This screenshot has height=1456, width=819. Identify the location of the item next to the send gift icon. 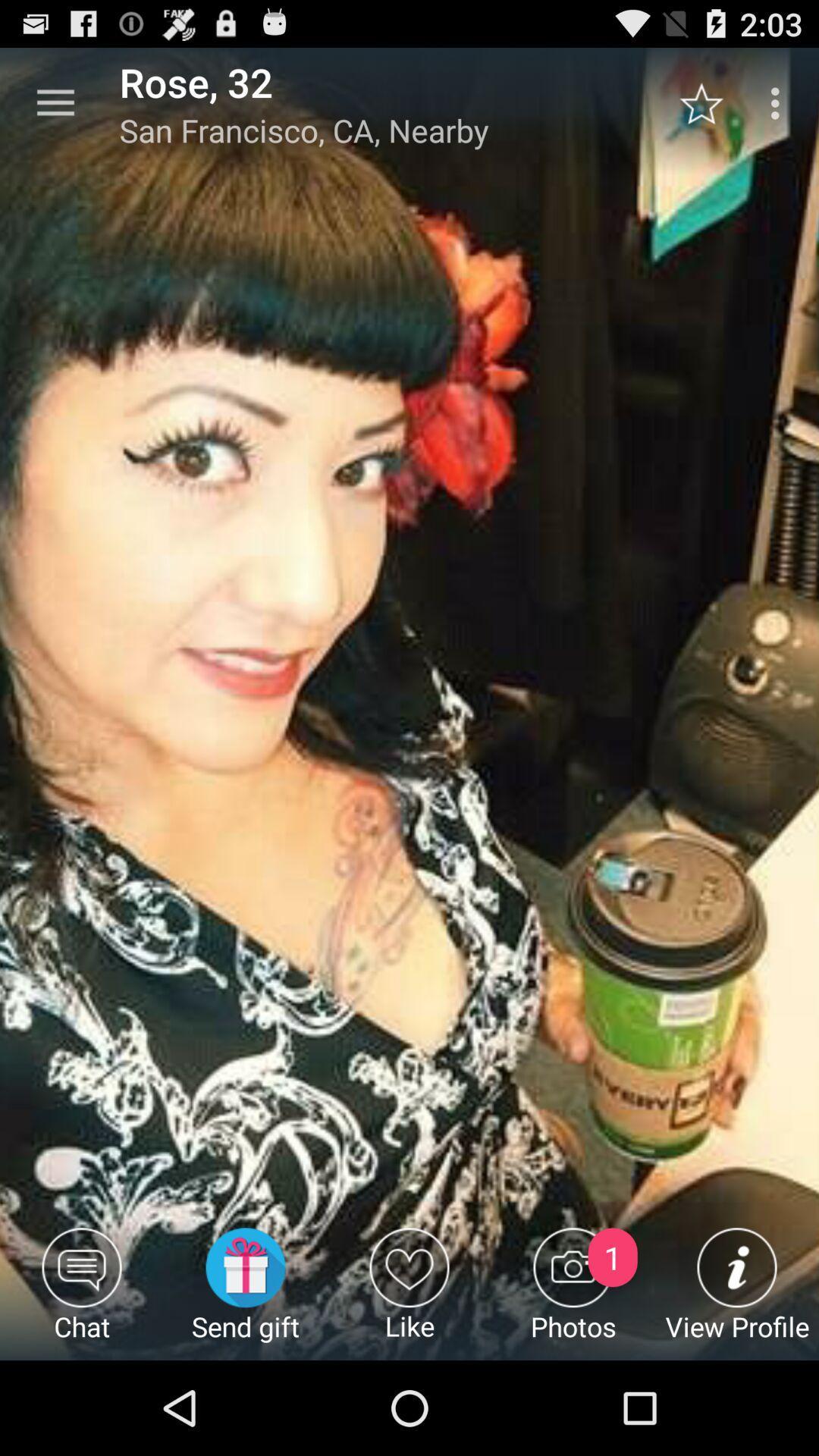
(409, 1293).